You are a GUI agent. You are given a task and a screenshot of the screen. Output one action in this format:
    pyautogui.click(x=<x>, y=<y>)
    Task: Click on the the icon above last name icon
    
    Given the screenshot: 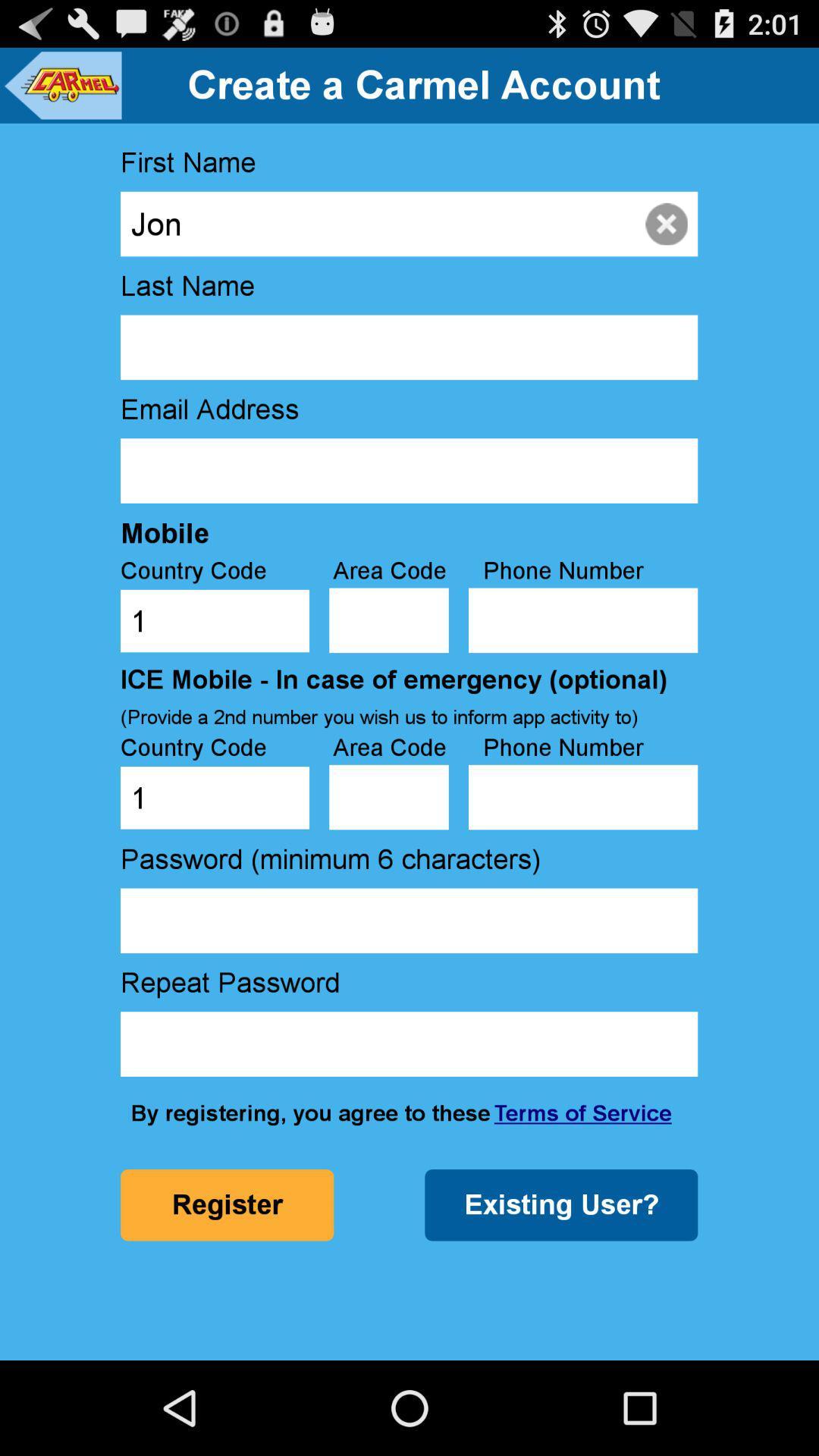 What is the action you would take?
    pyautogui.click(x=408, y=223)
    